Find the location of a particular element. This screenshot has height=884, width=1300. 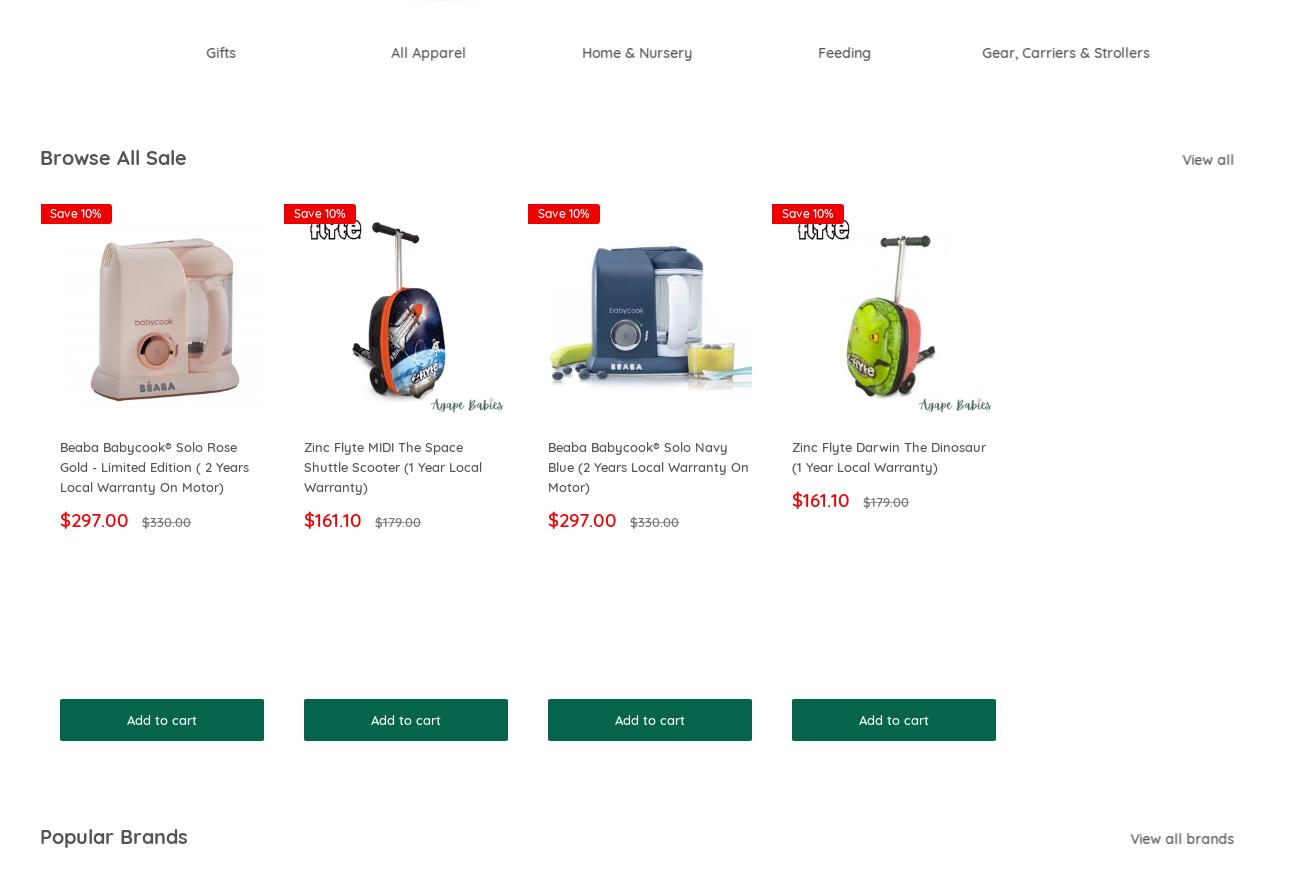

'Zinc Flyte MIDI The Space Shuttle Scooter (1 Year Local Warranty)' is located at coordinates (392, 467).